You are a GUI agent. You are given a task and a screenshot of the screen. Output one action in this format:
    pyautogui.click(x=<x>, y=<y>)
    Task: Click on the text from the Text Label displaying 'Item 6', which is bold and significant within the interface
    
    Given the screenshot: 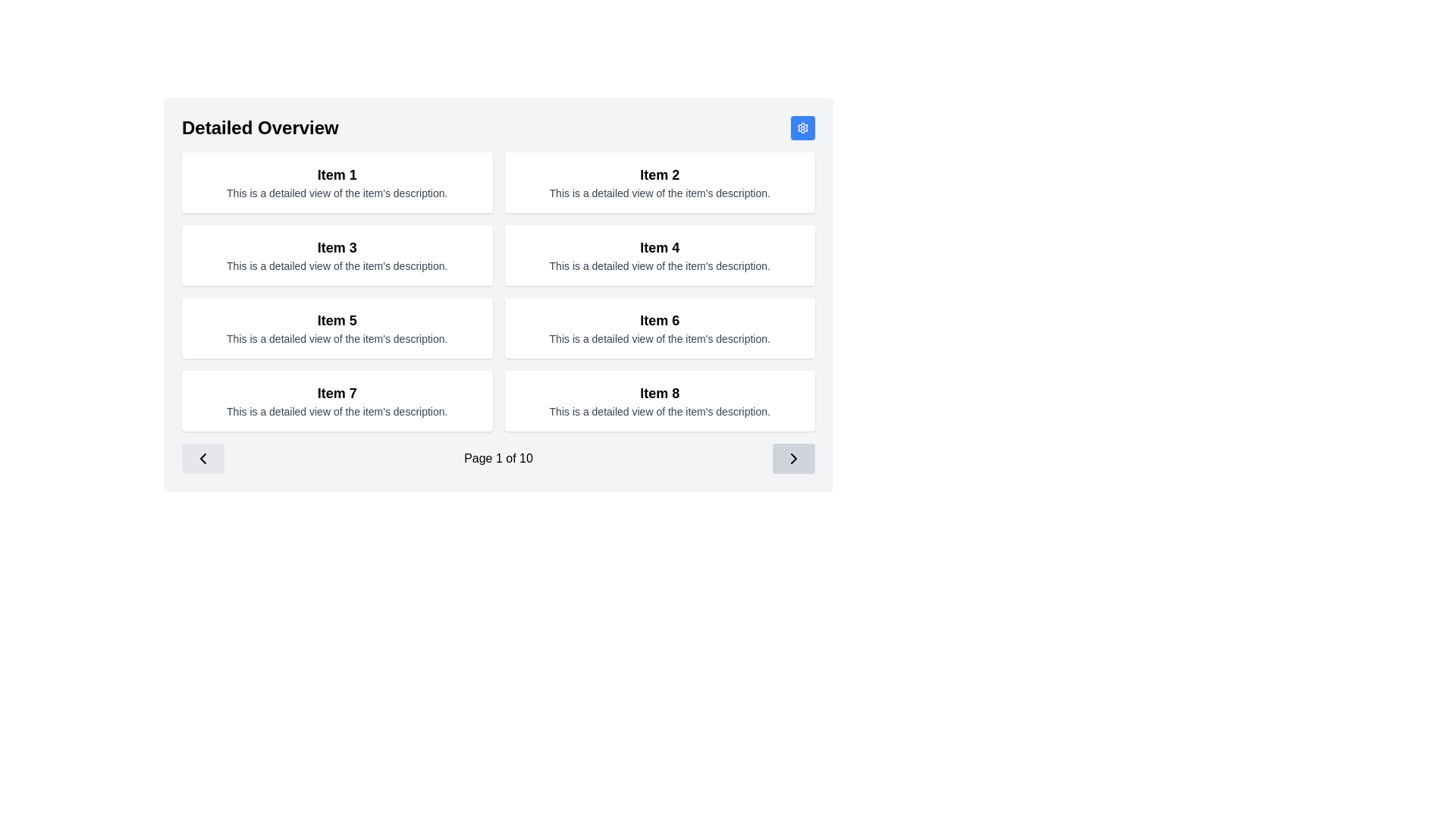 What is the action you would take?
    pyautogui.click(x=660, y=320)
    